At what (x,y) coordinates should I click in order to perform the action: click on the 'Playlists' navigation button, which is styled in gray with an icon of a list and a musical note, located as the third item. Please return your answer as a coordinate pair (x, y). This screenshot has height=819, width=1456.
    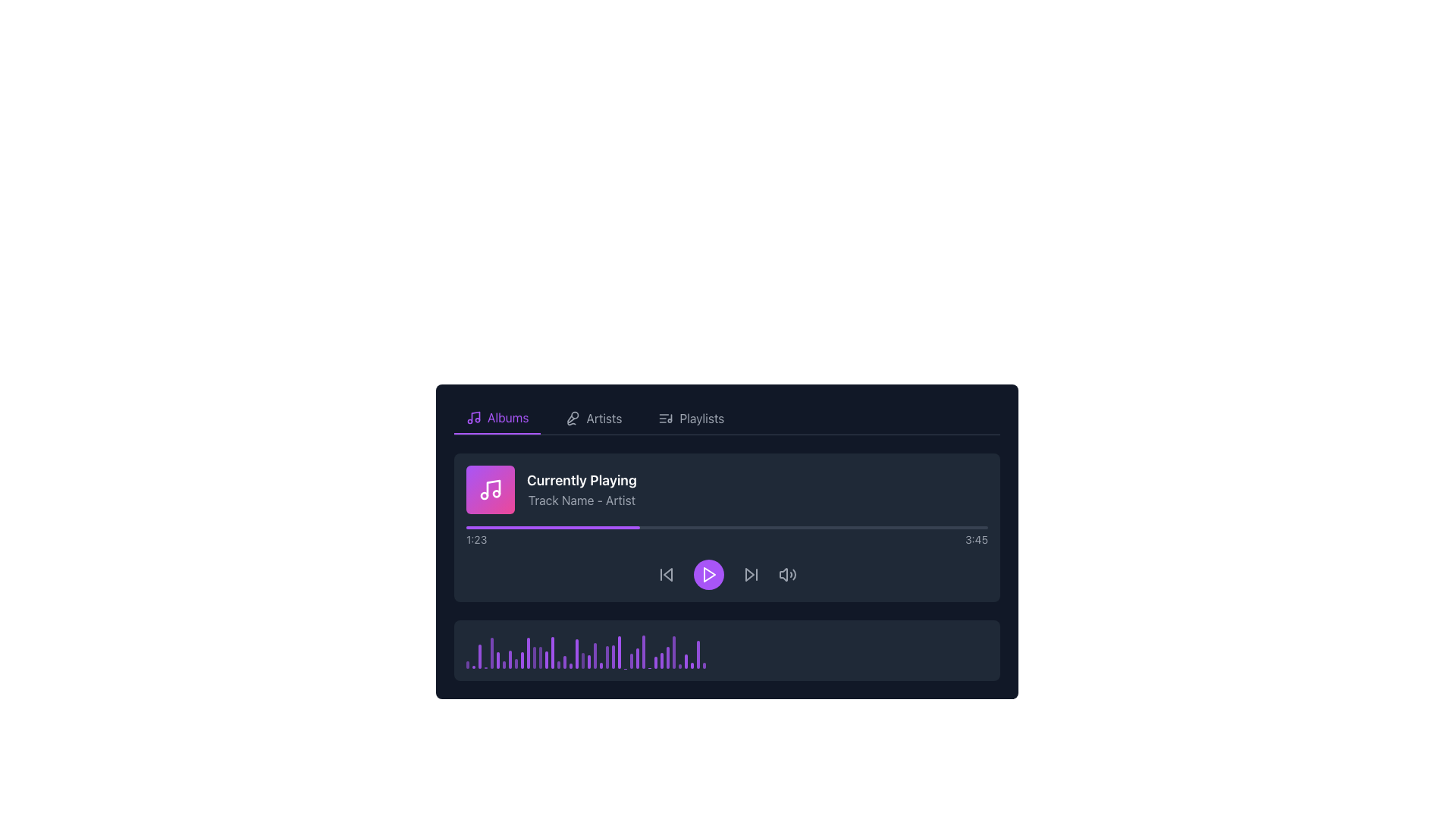
    Looking at the image, I should click on (690, 418).